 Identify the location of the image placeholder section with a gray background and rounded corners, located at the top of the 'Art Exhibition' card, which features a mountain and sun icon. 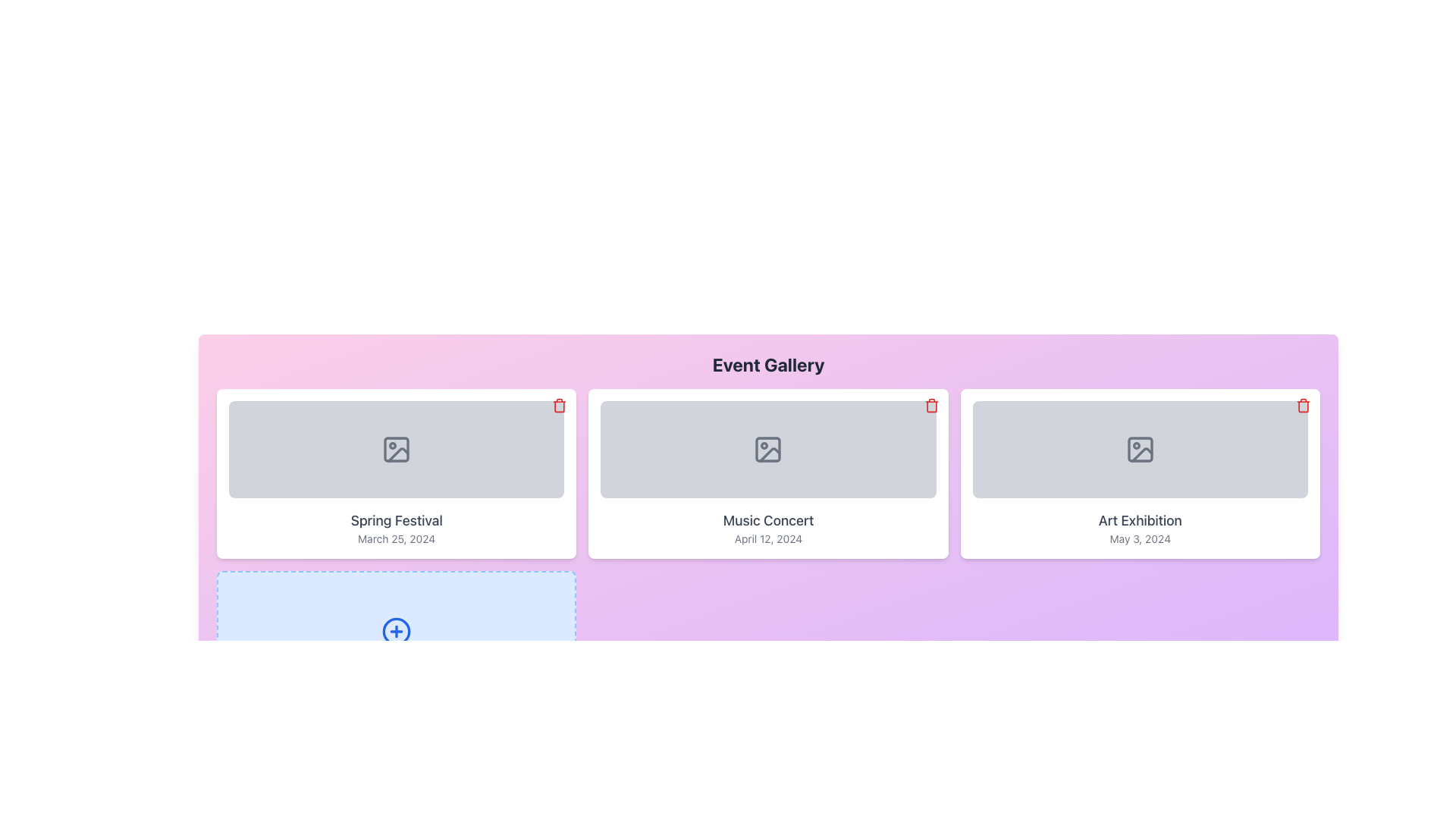
(1140, 449).